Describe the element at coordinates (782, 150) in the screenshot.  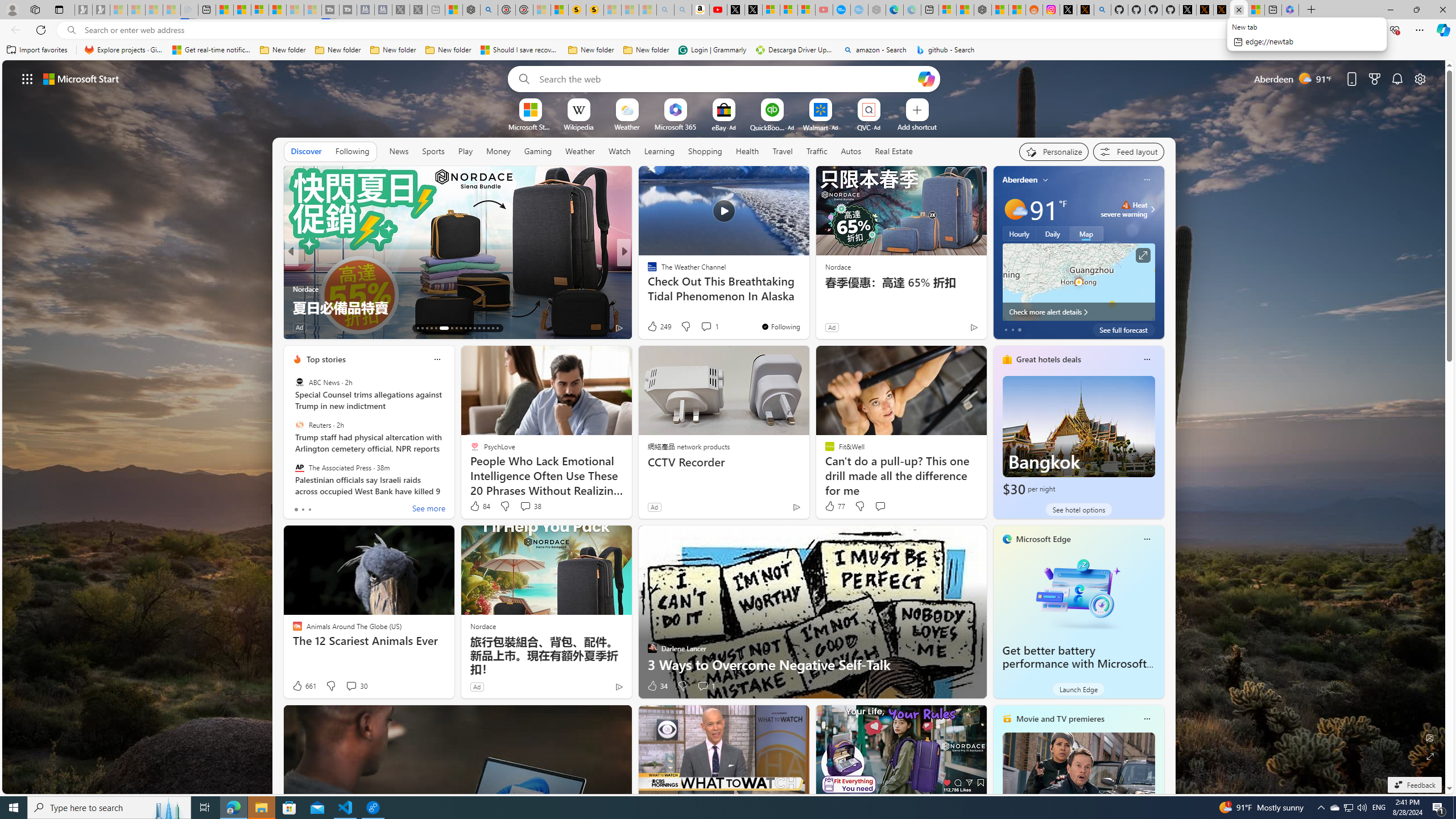
I see `'Travel'` at that location.